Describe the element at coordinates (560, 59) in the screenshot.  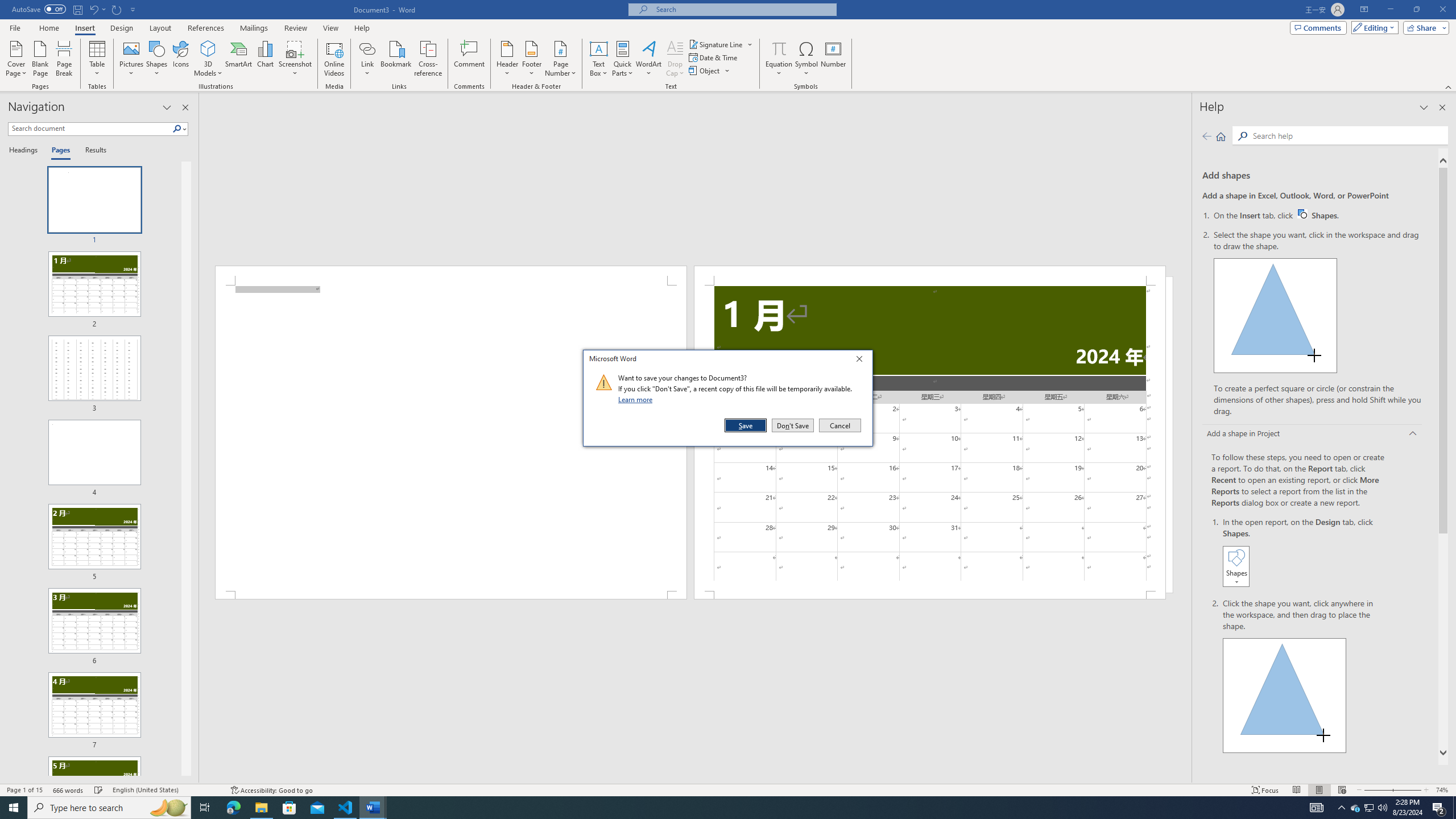
I see `'Page Number'` at that location.